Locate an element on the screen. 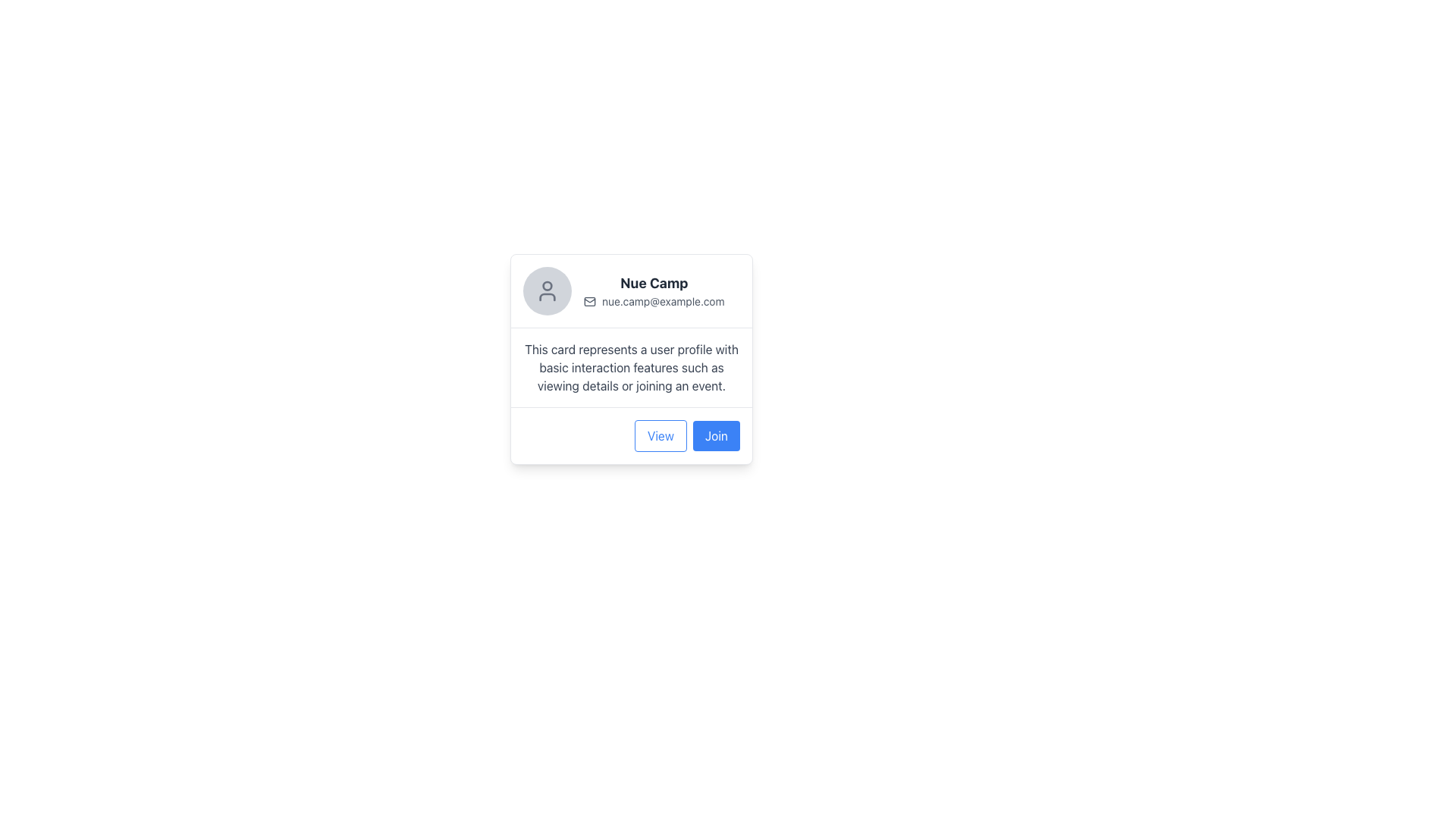  text block that contains 'This card represents a user profile with basic interaction features such as viewing details or joining an event.' which is styled in gray font and located below the user's name and email information within the profile card is located at coordinates (632, 368).